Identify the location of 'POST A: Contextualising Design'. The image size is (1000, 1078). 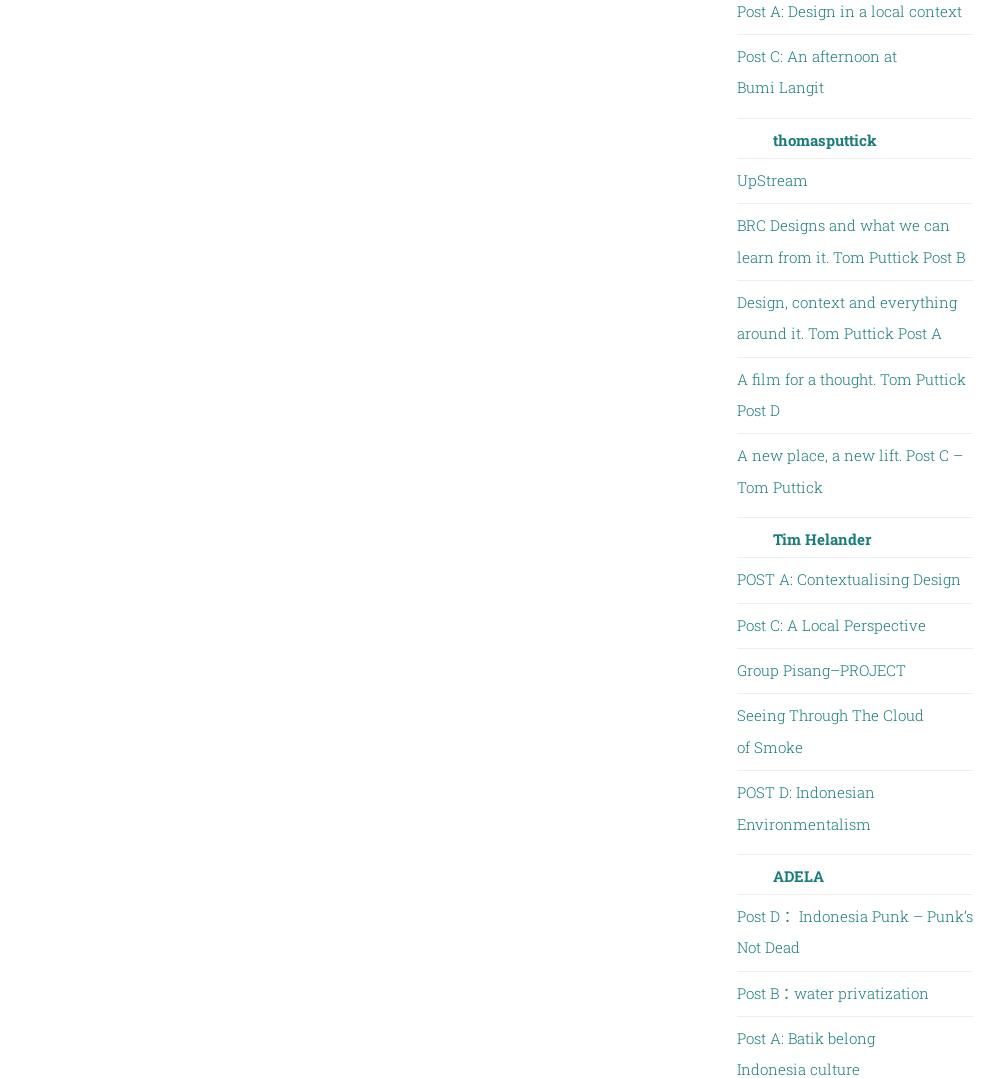
(847, 578).